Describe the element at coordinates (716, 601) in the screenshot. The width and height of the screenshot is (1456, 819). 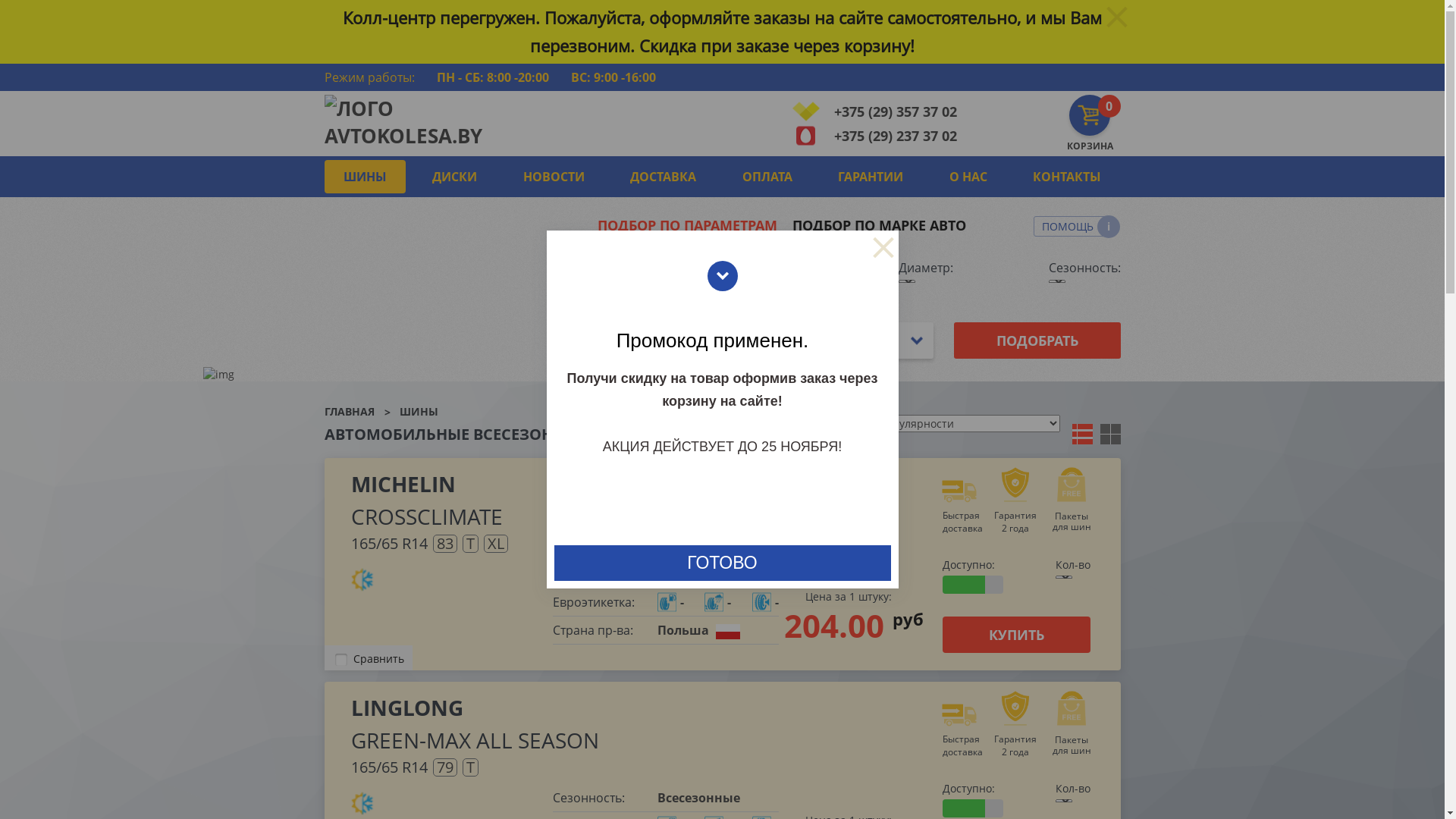
I see `'-` at that location.